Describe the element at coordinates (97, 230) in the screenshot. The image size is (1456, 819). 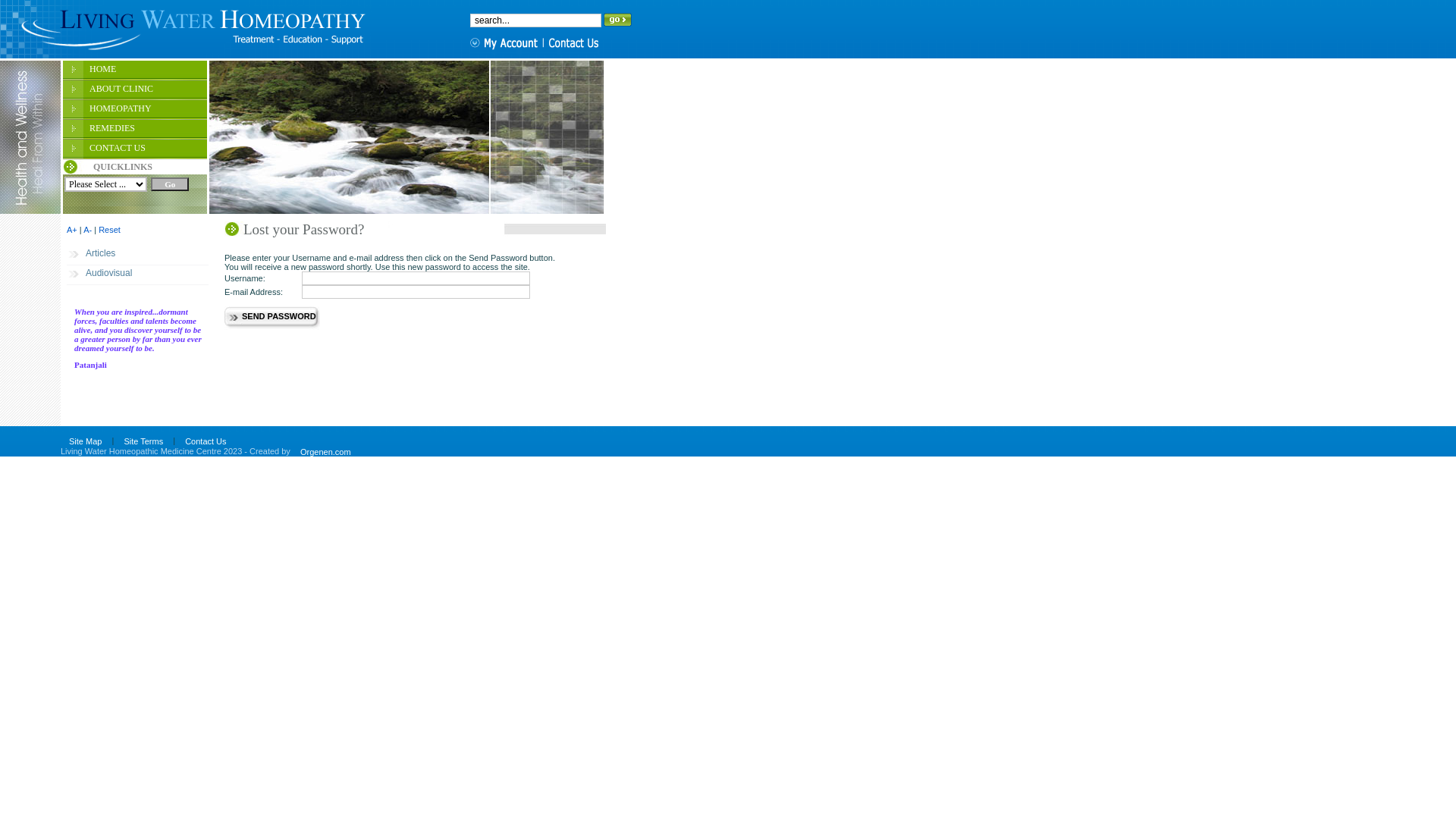
I see `'Reset'` at that location.